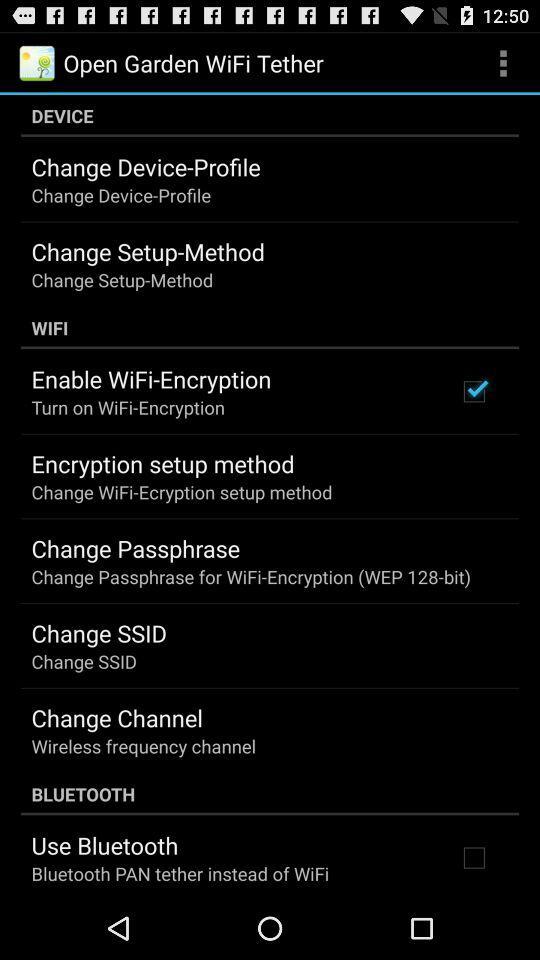 The image size is (540, 960). I want to click on app next to the open garden wifi app, so click(502, 62).